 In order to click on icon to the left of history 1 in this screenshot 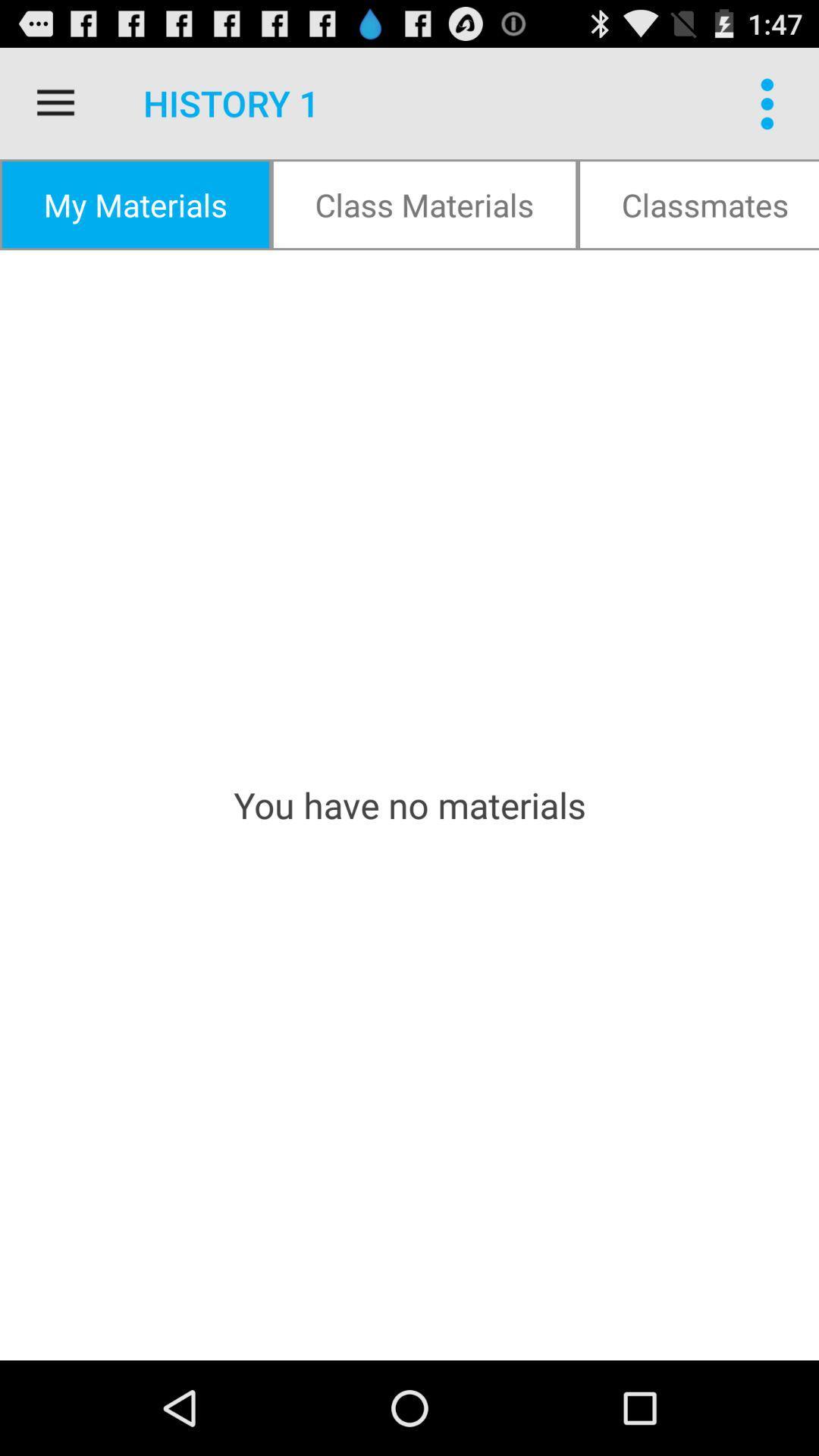, I will do `click(55, 102)`.